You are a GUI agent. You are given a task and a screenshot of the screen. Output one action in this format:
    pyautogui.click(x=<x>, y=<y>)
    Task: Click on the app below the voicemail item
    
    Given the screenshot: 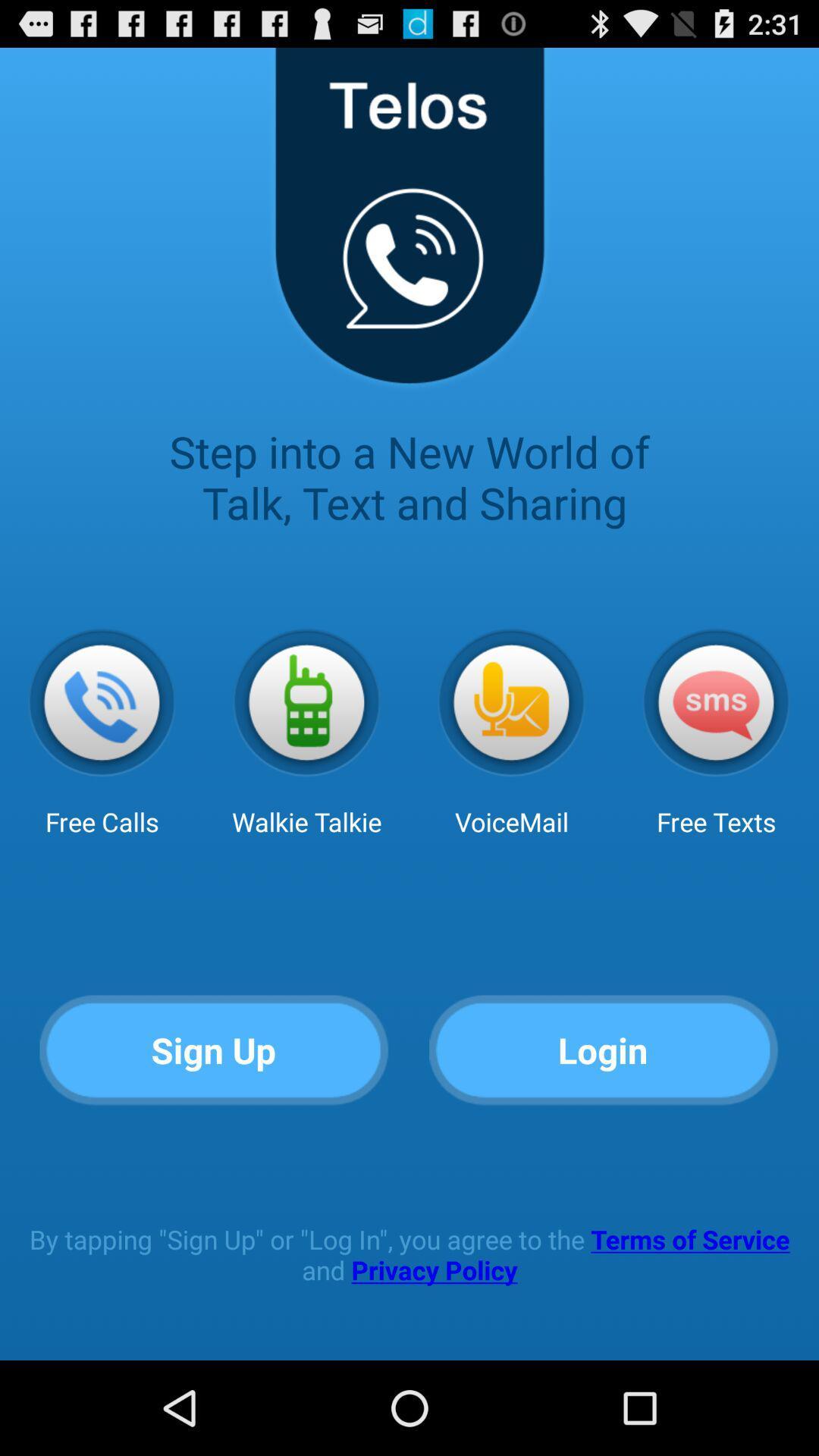 What is the action you would take?
    pyautogui.click(x=603, y=1050)
    